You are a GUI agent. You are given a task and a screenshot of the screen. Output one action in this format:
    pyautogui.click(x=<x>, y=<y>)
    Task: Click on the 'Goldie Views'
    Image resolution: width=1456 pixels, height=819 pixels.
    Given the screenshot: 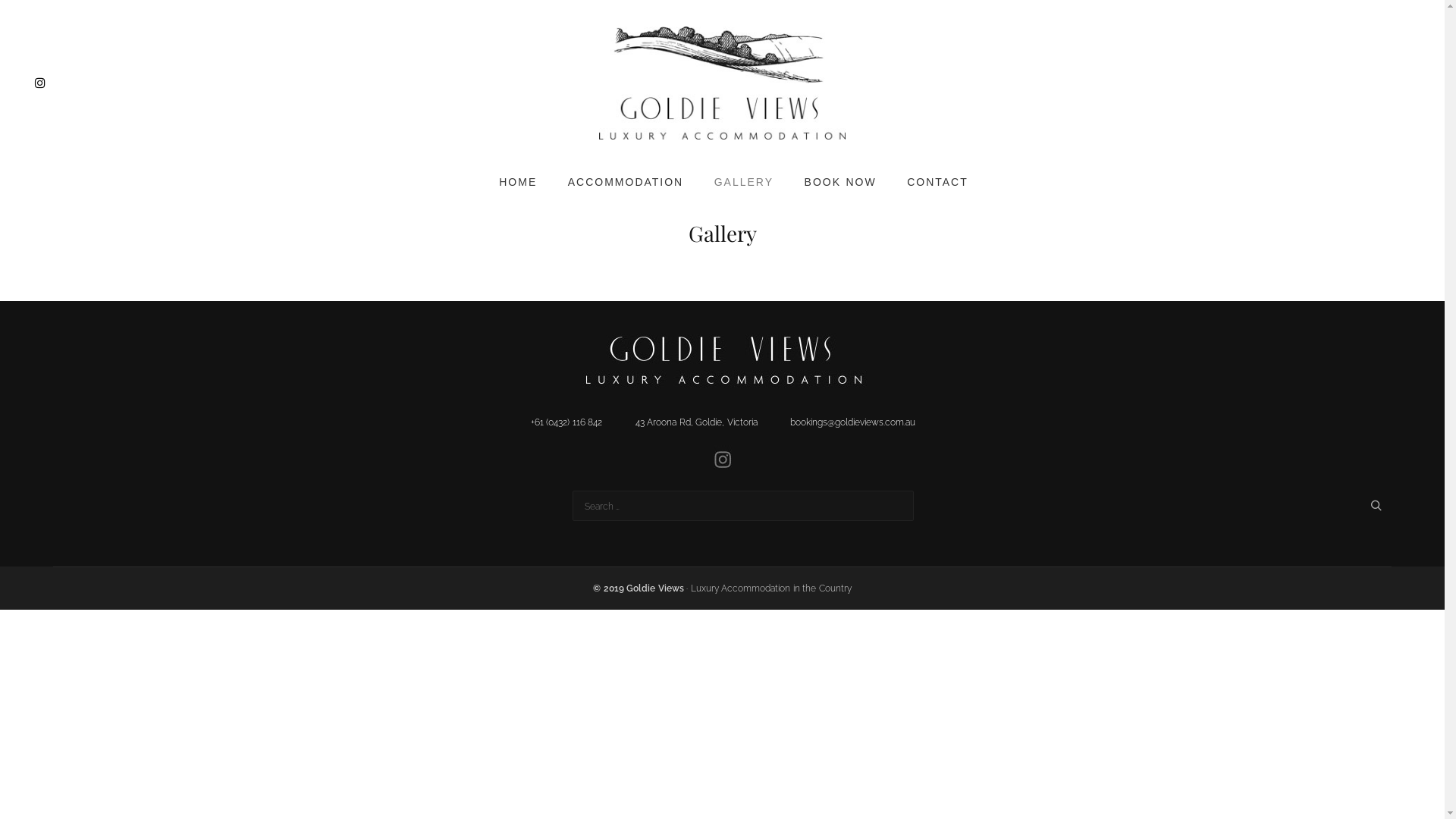 What is the action you would take?
    pyautogui.click(x=598, y=83)
    